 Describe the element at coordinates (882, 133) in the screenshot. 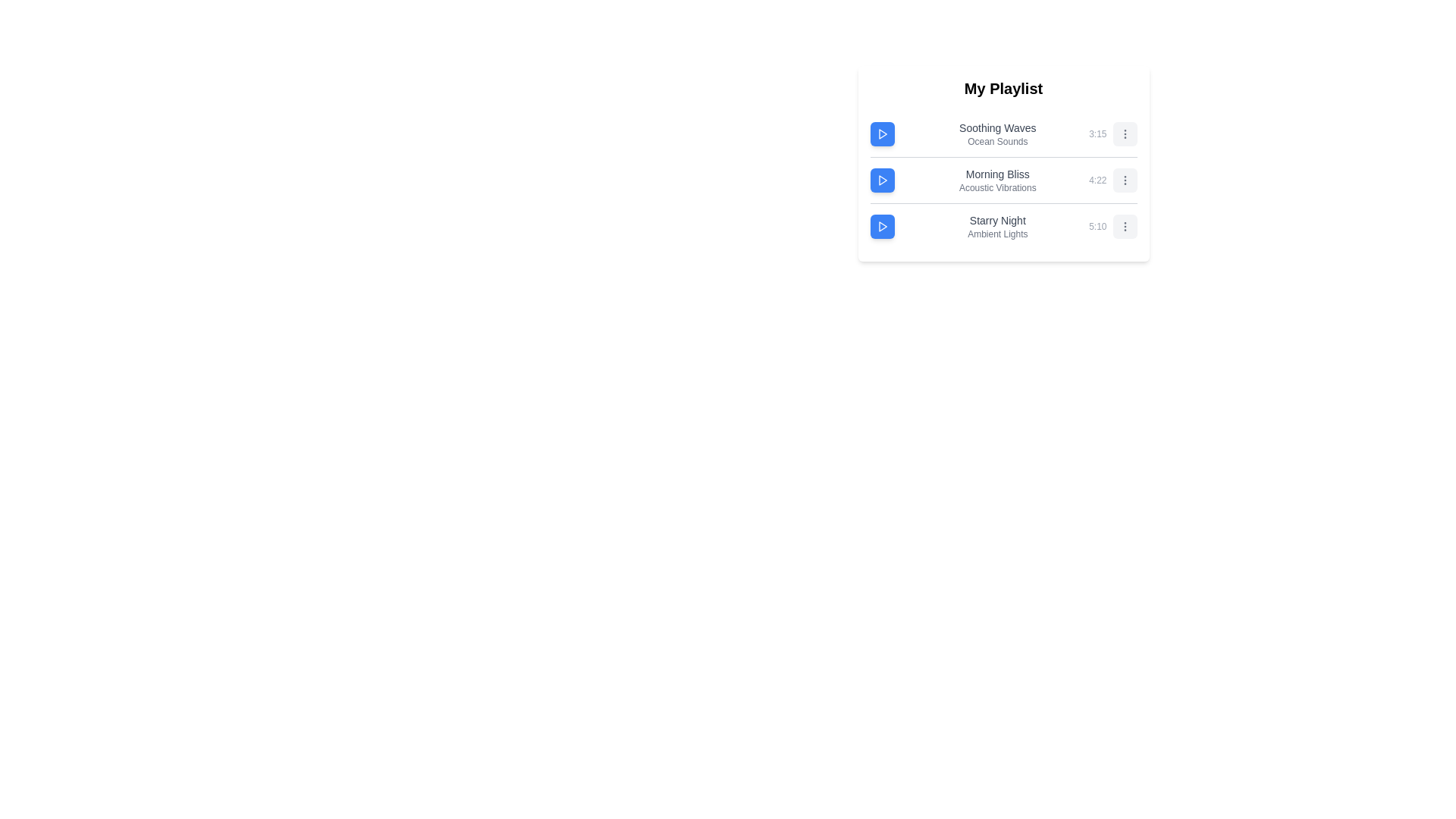

I see `the triangular play button located in the top-left corner of the first item in the playlist to initiate playback of the audio track` at that location.